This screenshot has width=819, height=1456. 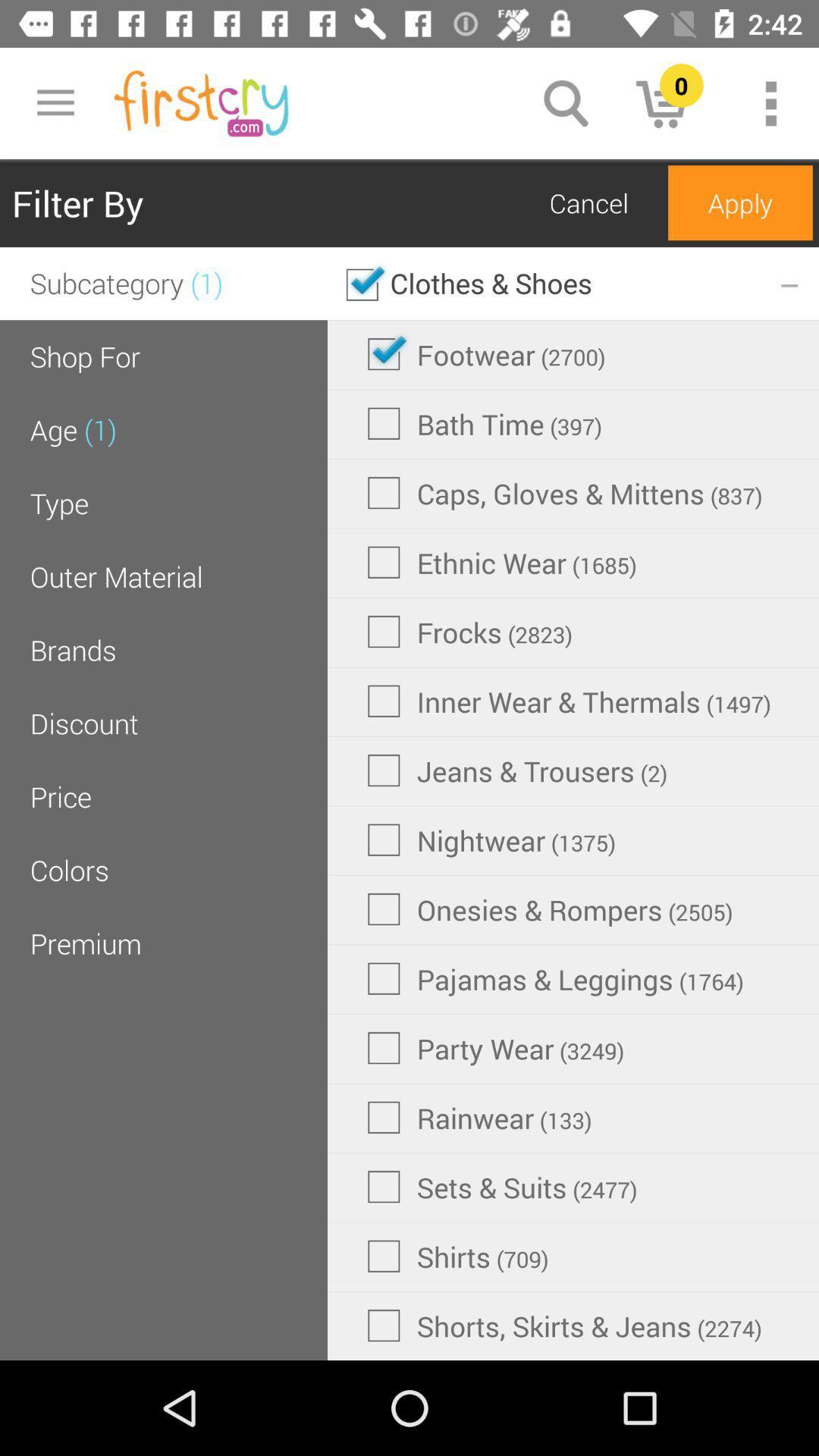 What do you see at coordinates (550, 909) in the screenshot?
I see `onesies & rompers (2505) icon` at bounding box center [550, 909].